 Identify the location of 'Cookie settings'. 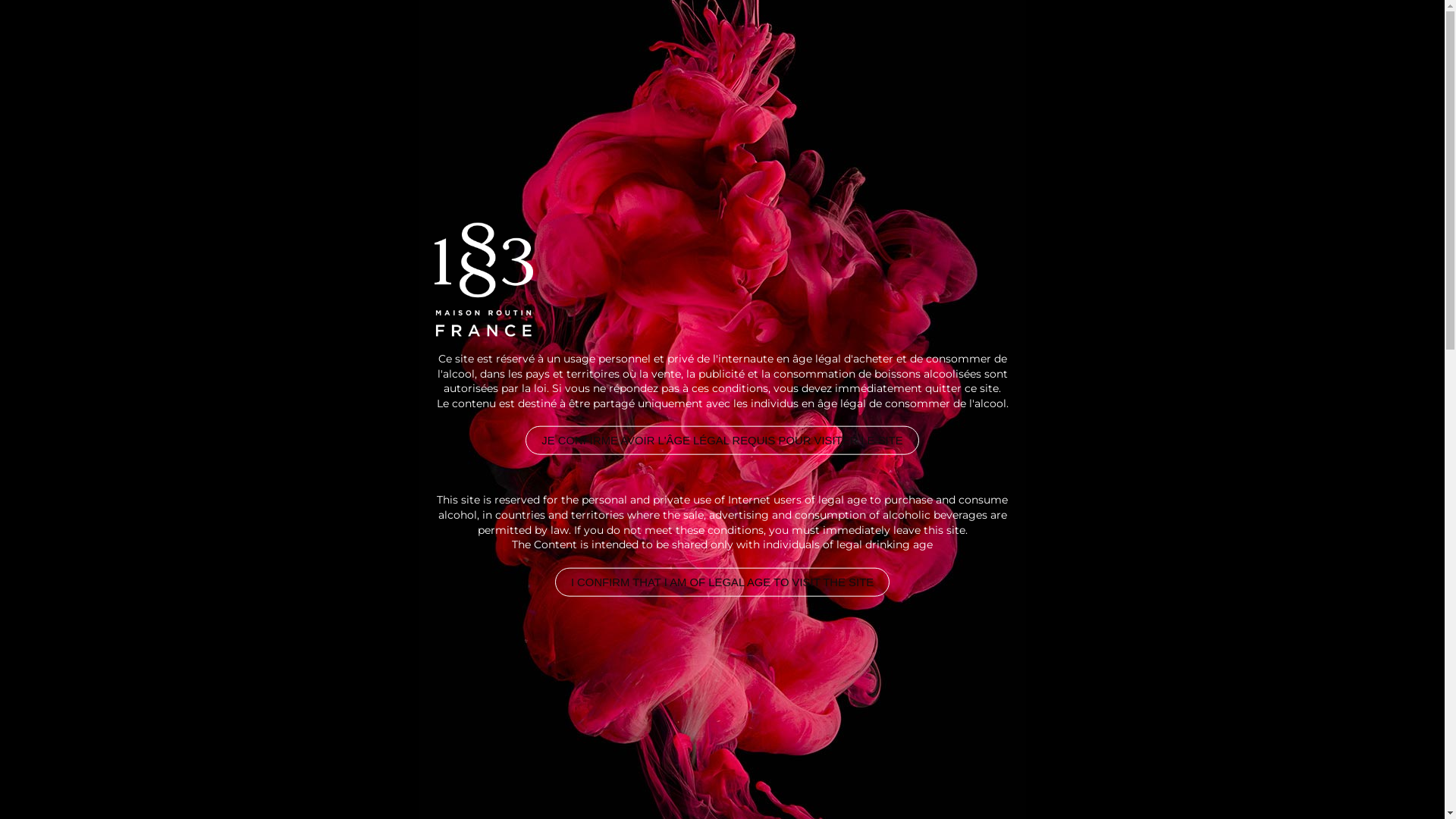
(1313, 786).